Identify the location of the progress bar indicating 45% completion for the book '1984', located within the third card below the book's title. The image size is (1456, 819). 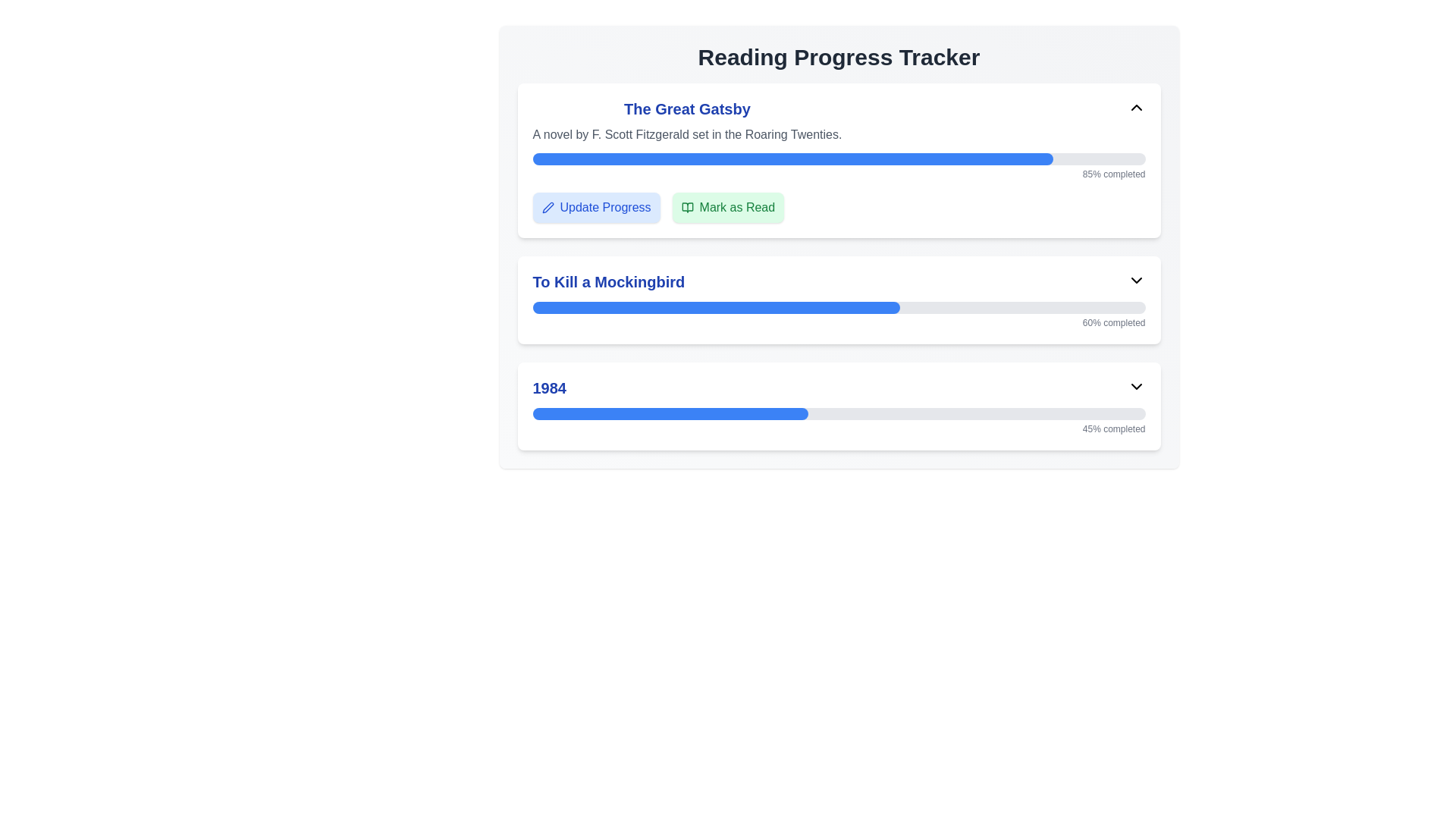
(838, 414).